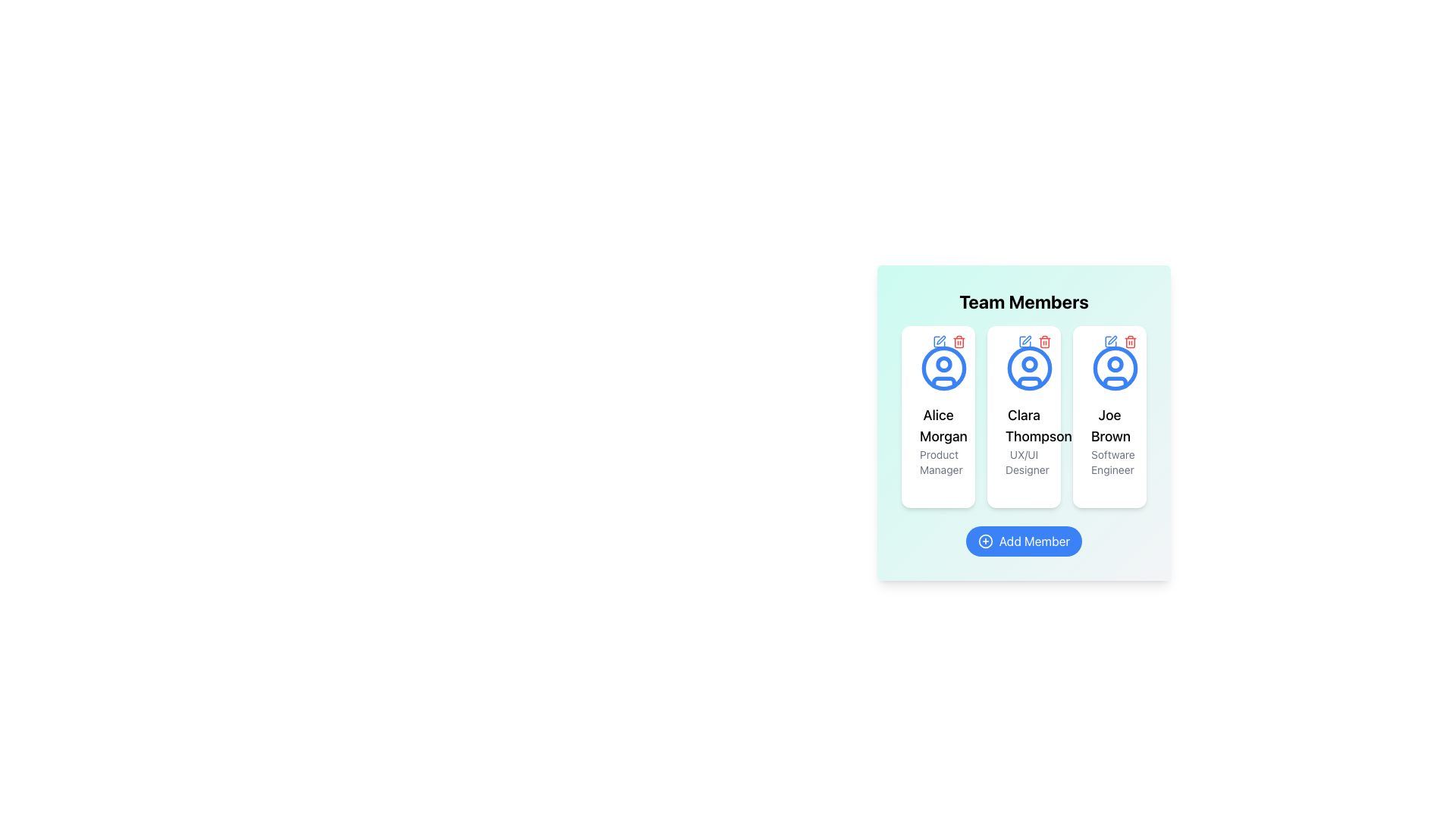 This screenshot has width=1456, height=819. I want to click on the 'Add Member' button icon located at the bottom of the team members card interface, so click(985, 540).